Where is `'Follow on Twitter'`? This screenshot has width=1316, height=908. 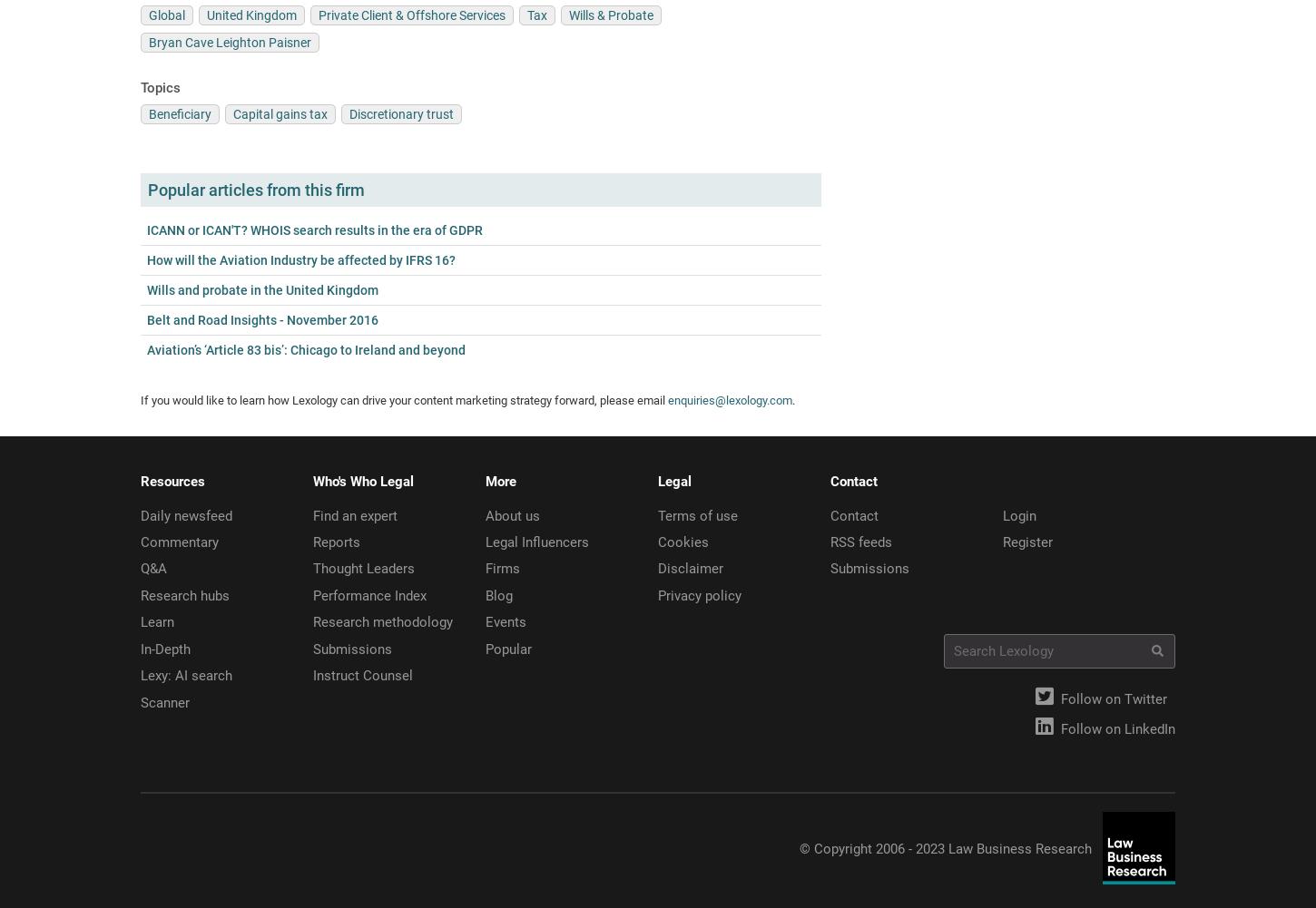 'Follow on Twitter' is located at coordinates (1114, 698).